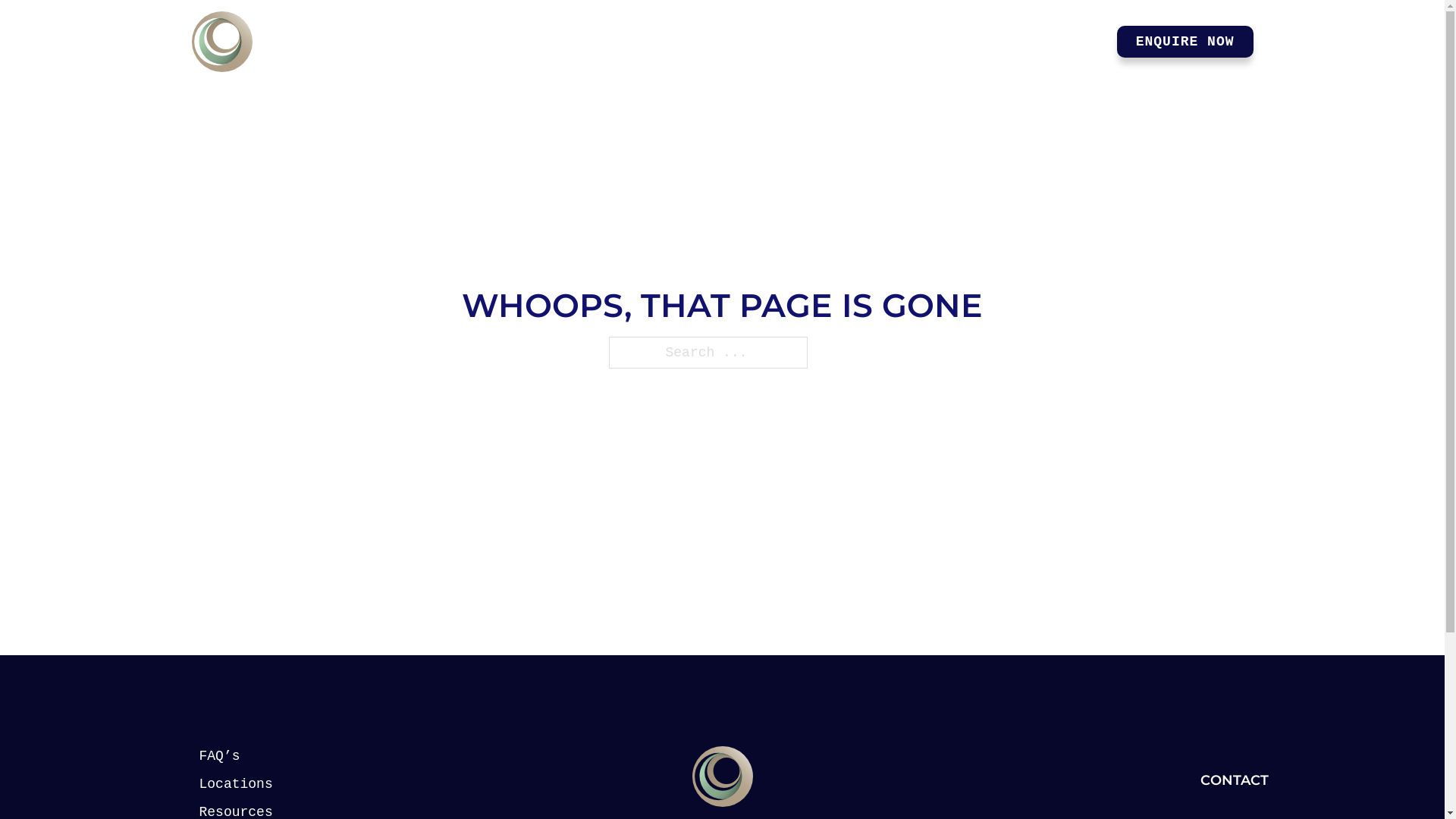 The image size is (1456, 819). What do you see at coordinates (857, 41) in the screenshot?
I see `'PRICING'` at bounding box center [857, 41].